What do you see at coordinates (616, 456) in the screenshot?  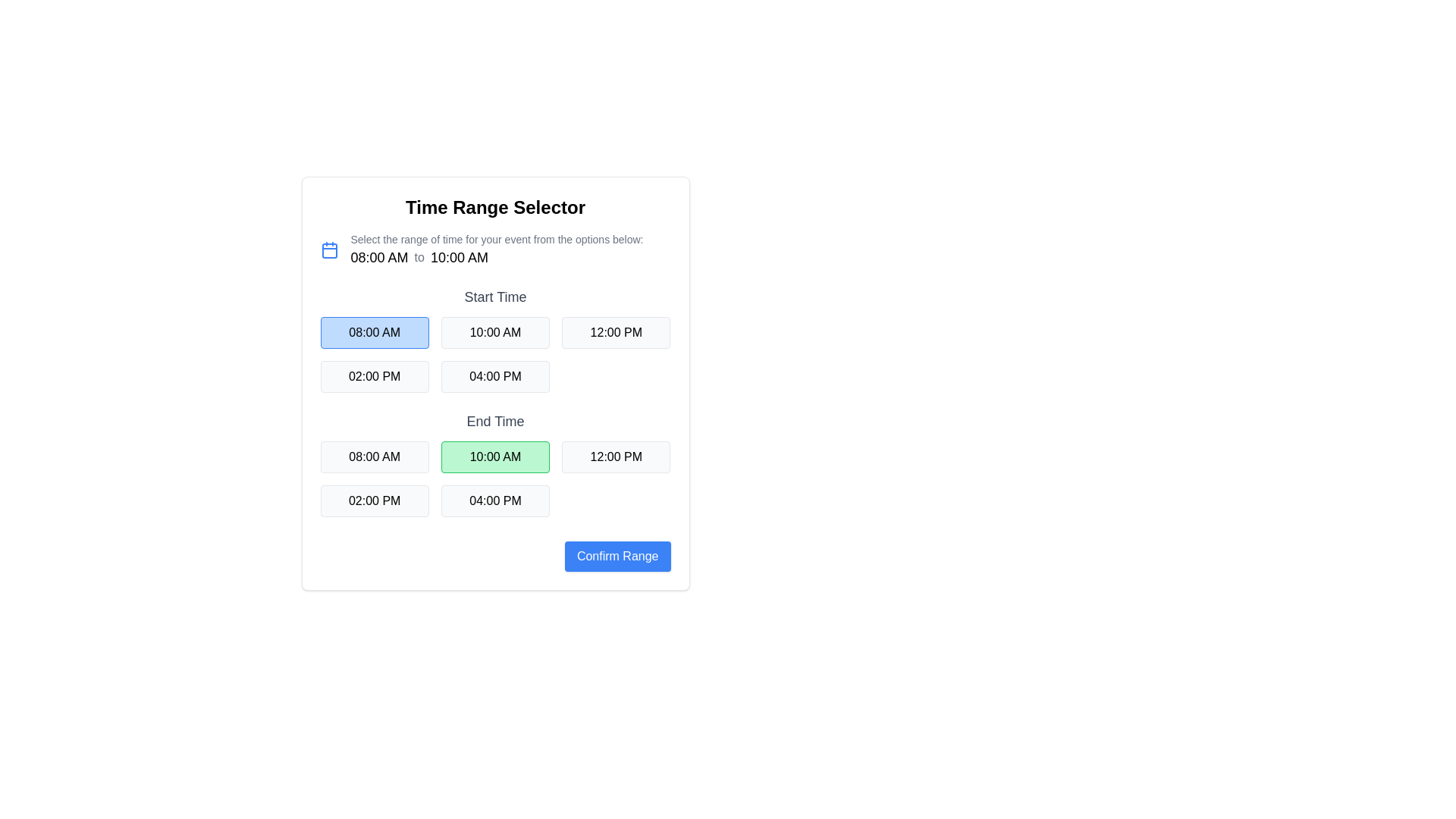 I see `the selectable time option button labeled '12:00 PM', located in the bottom row of the grid under the 'End Time' section` at bounding box center [616, 456].